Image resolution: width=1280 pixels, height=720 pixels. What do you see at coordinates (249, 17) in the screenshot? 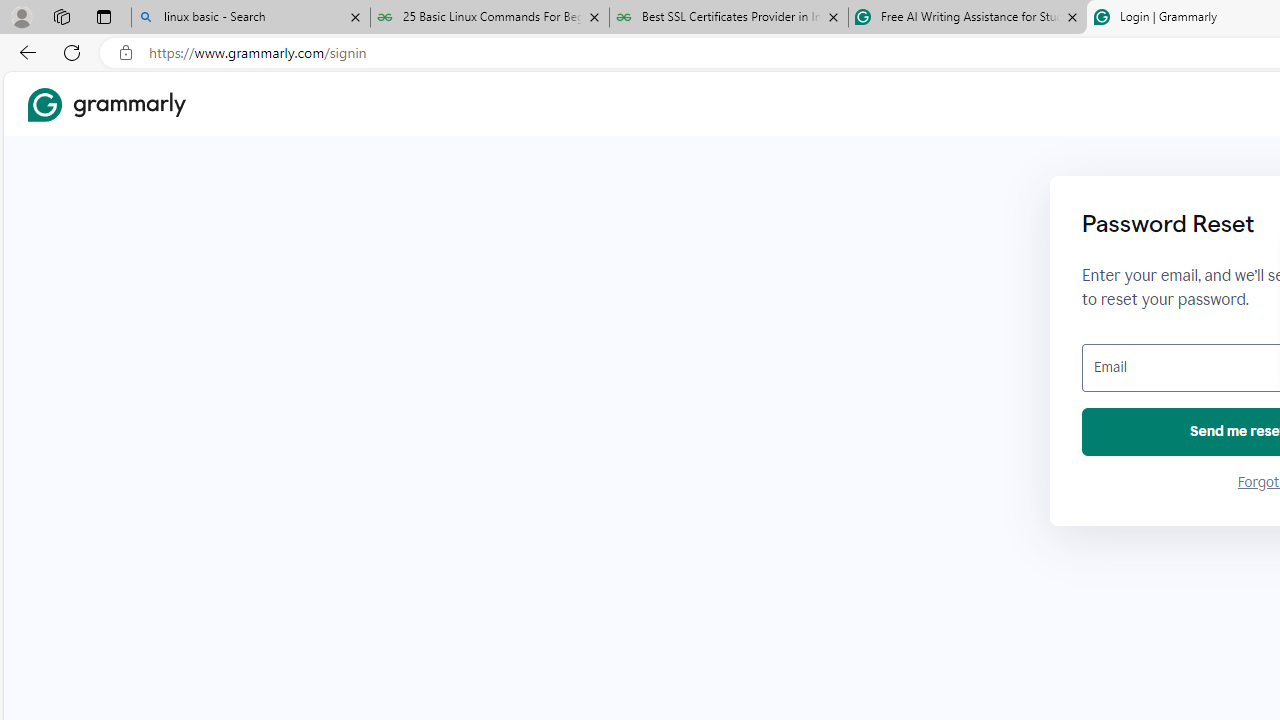
I see `'linux basic - Search'` at bounding box center [249, 17].